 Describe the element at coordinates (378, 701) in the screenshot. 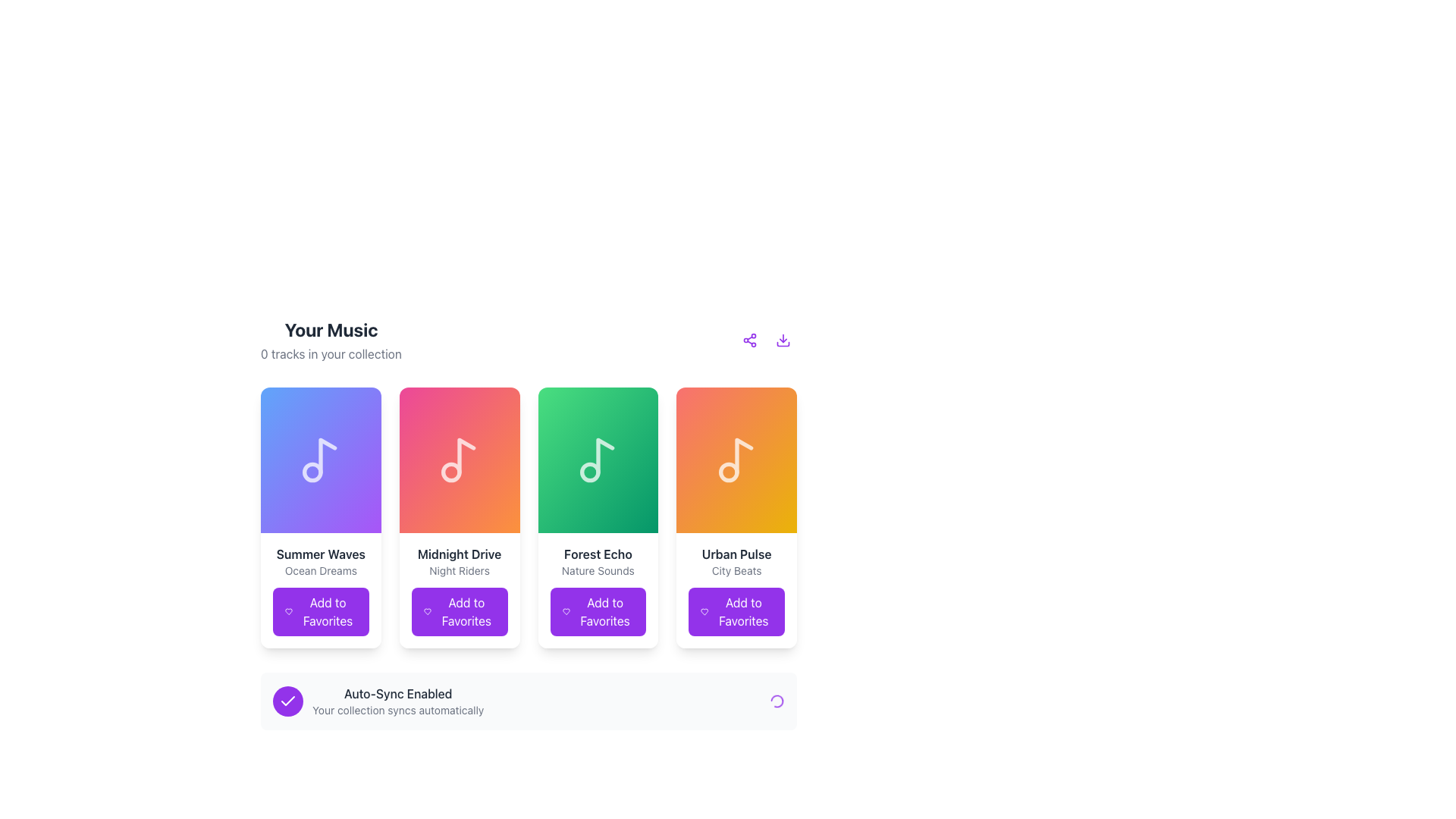

I see `the Information display component that features a circular purple icon with a white checkmark and the text 'Auto-Sync Enabled' with the description 'Your collection syncs automatically'` at that location.